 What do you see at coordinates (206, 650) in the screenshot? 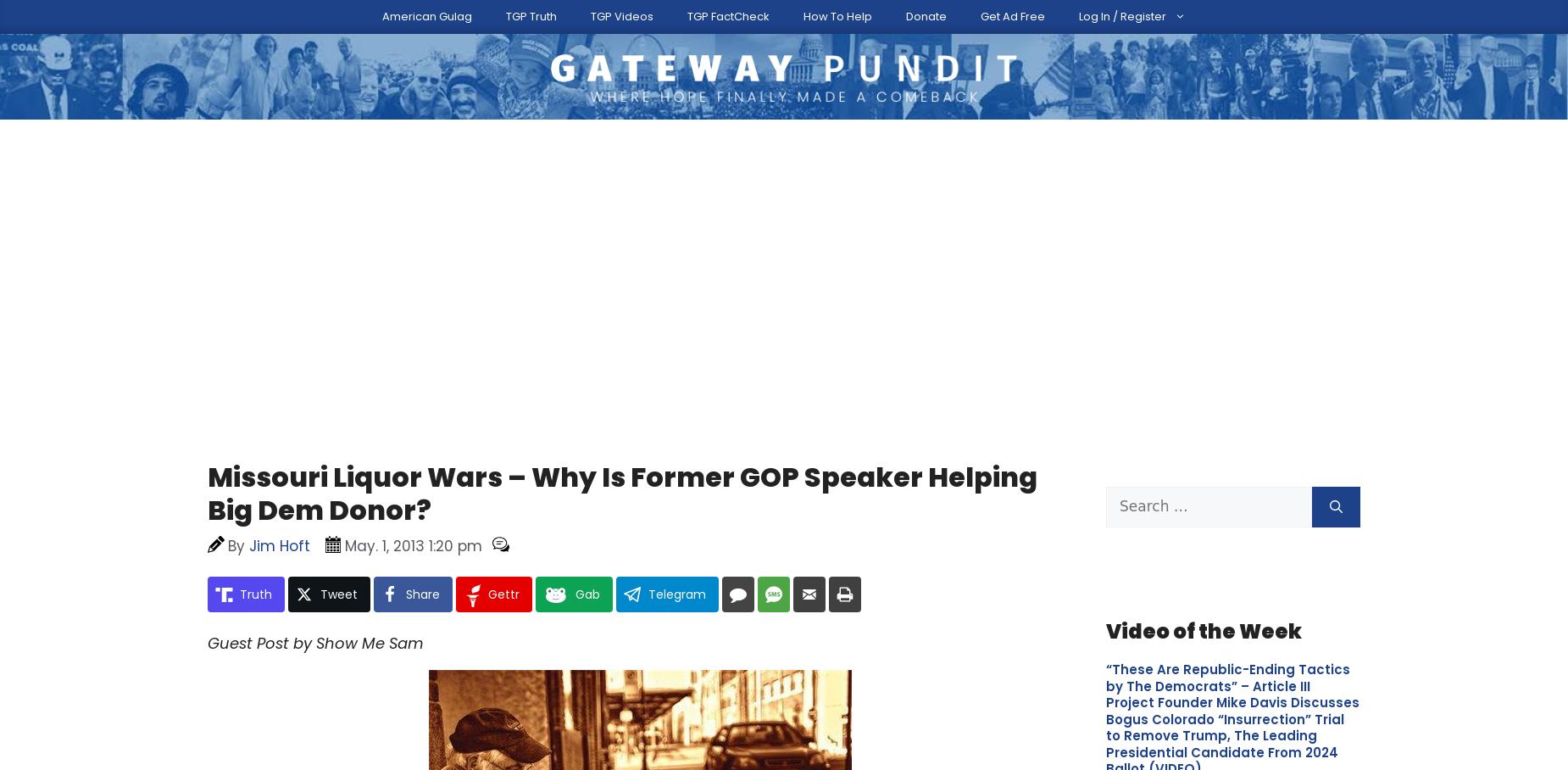
I see `'Submit additional information.'` at bounding box center [206, 650].